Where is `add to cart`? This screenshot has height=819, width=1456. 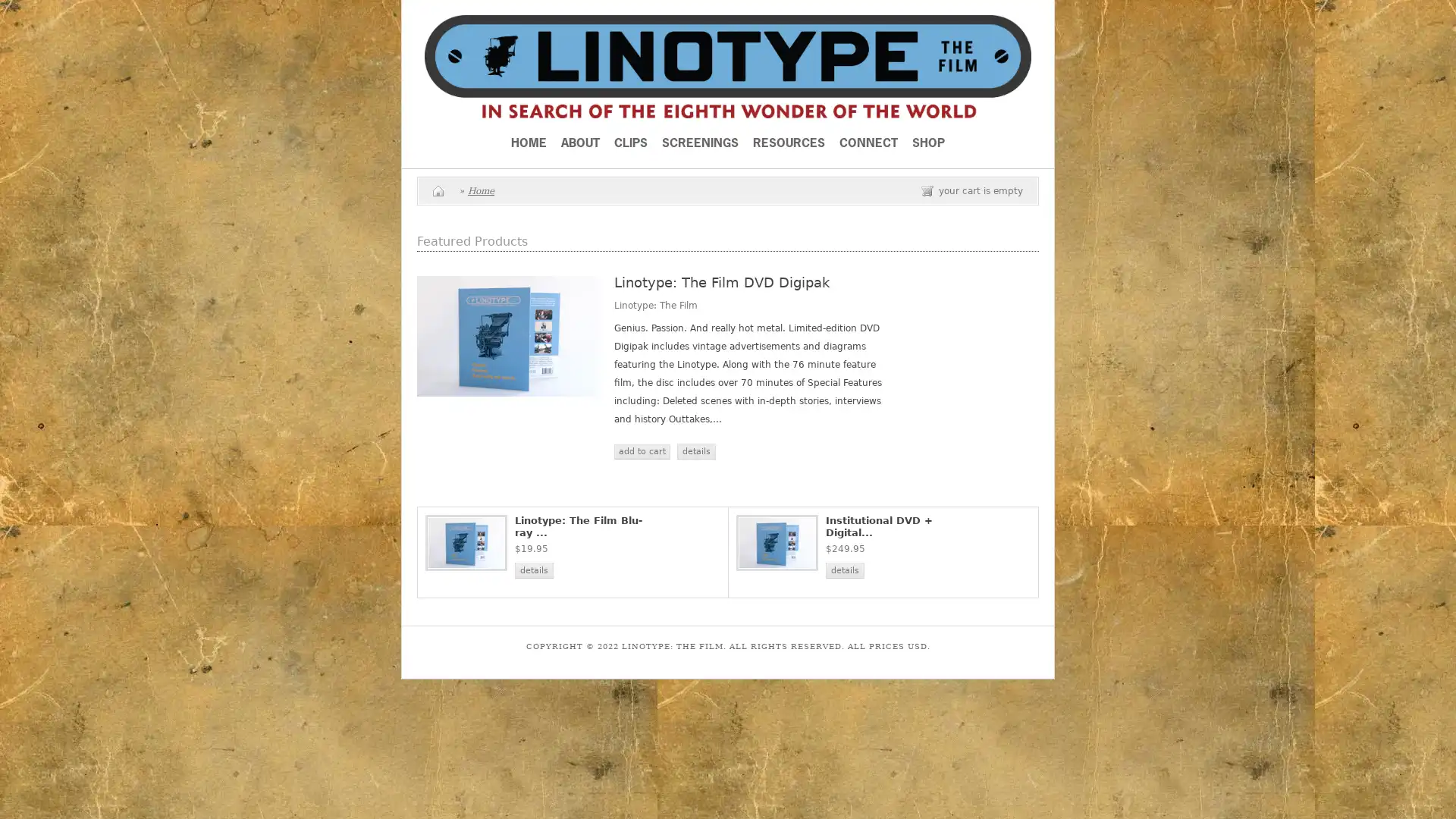
add to cart is located at coordinates (642, 450).